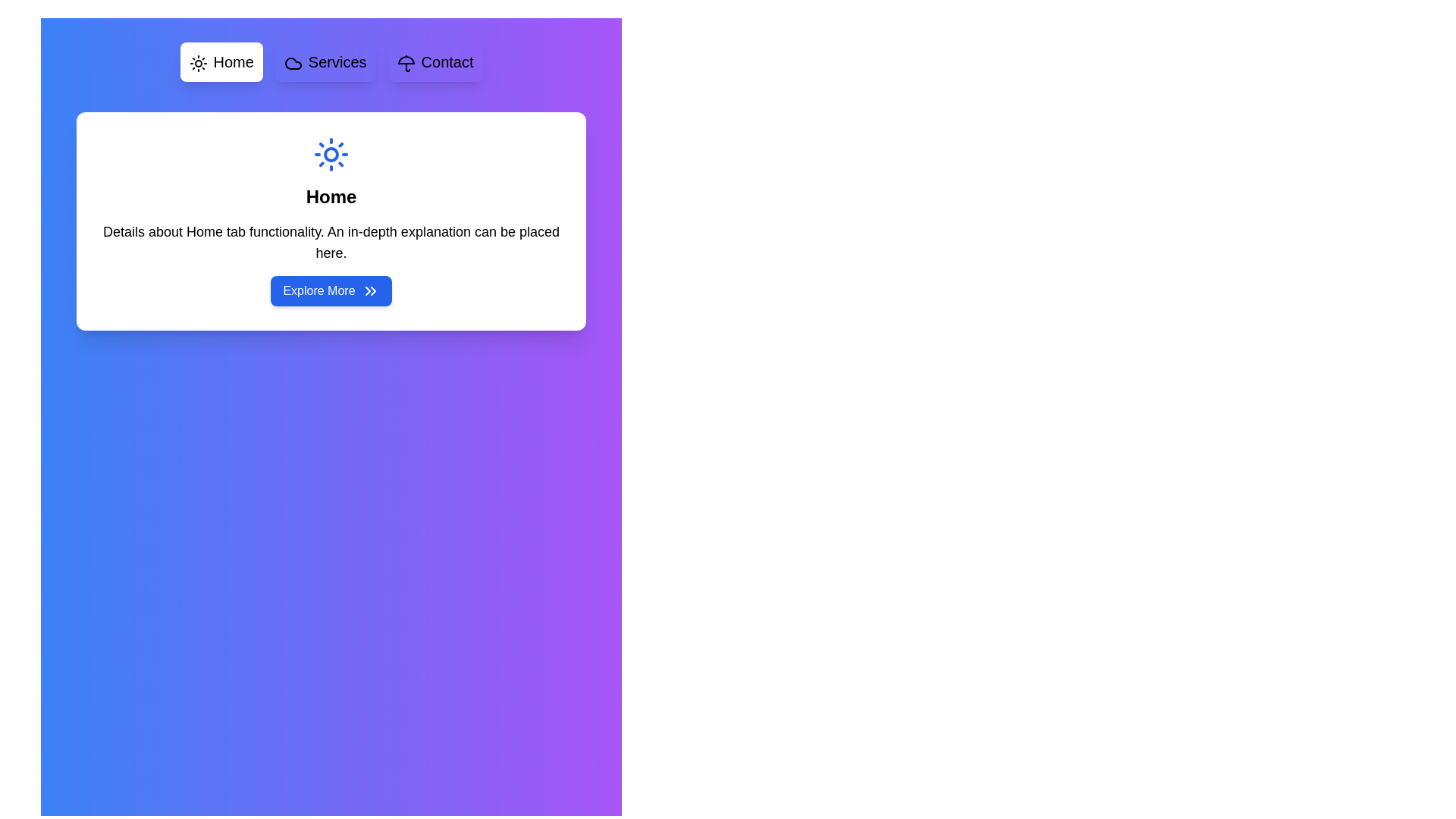 The image size is (1456, 819). I want to click on the rectangular blue button with rounded corners labeled 'Explore More' to change its background color, so click(330, 291).